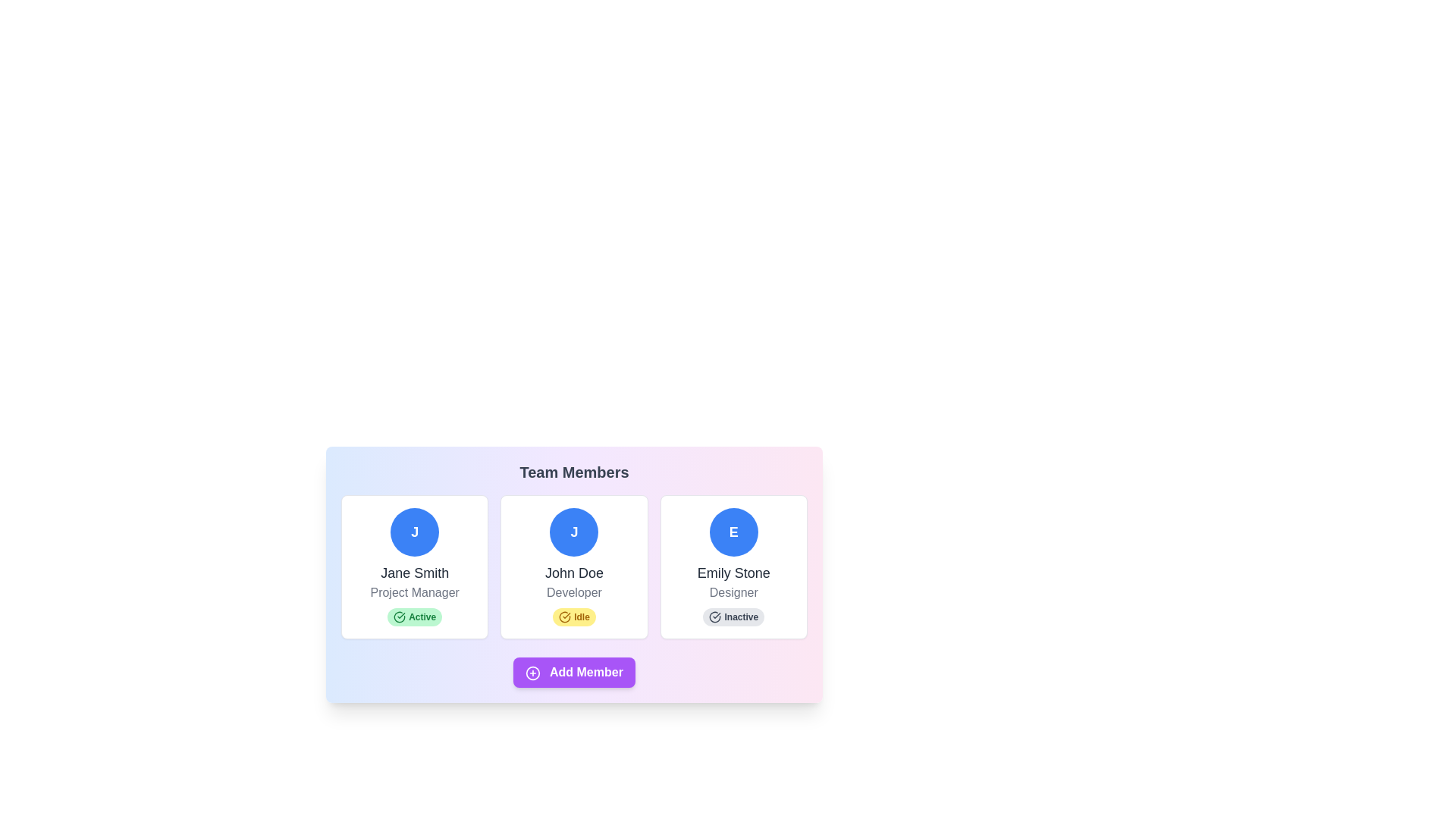  What do you see at coordinates (733, 532) in the screenshot?
I see `the Avatar Badge for 'Emily Stone'` at bounding box center [733, 532].